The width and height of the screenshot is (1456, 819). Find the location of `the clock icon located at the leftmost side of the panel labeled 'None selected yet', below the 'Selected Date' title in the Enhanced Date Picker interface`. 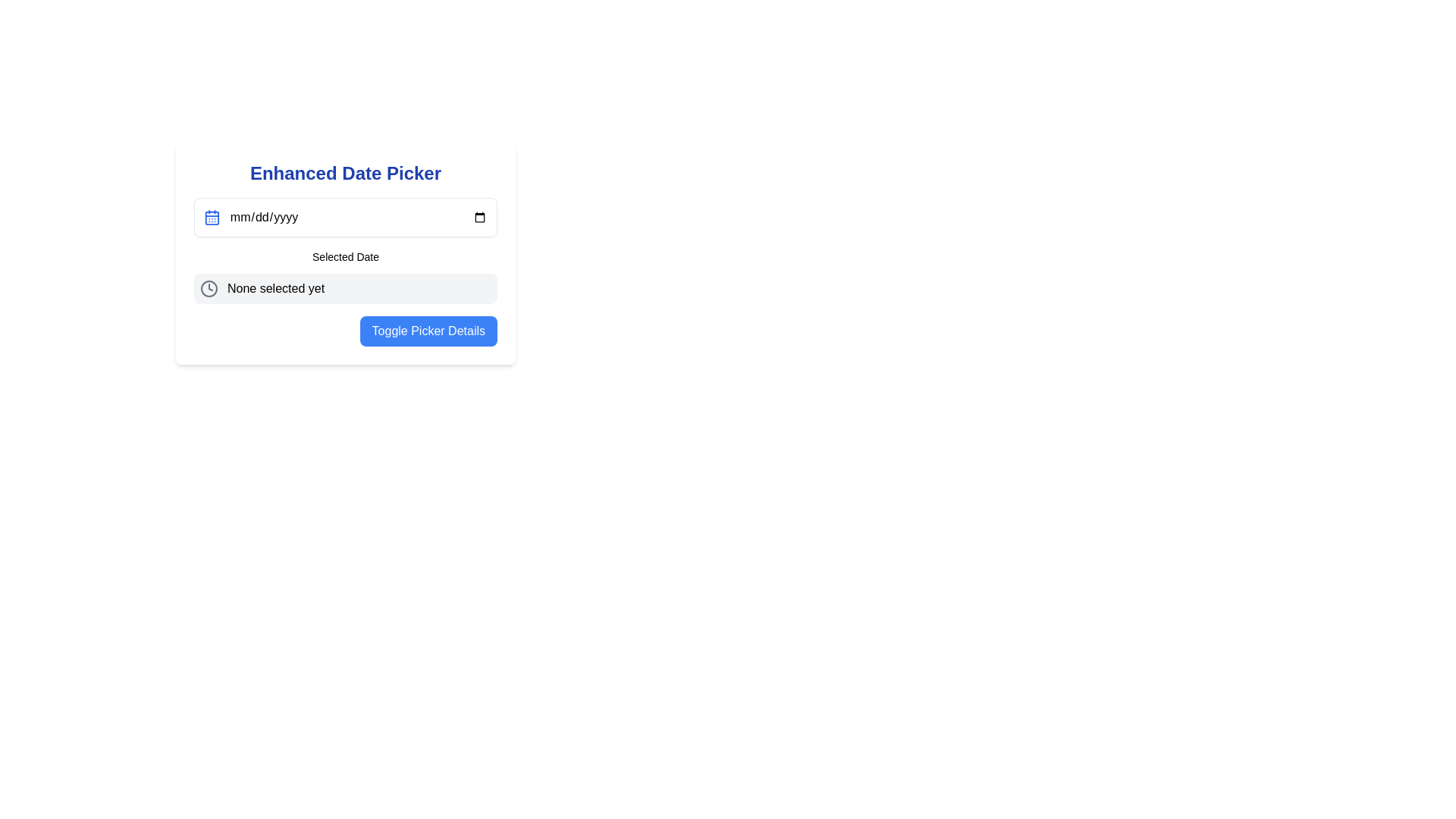

the clock icon located at the leftmost side of the panel labeled 'None selected yet', below the 'Selected Date' title in the Enhanced Date Picker interface is located at coordinates (208, 289).